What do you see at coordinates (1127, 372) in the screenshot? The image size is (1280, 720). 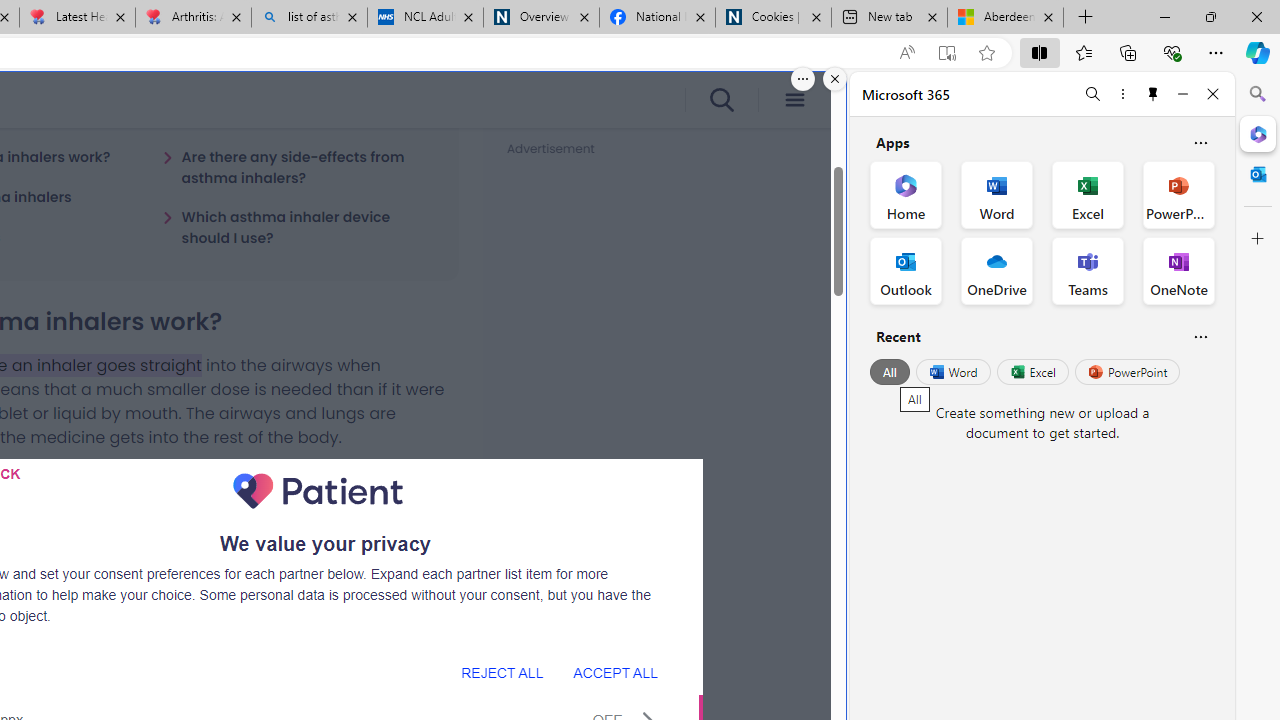 I see `'PowerPoint'` at bounding box center [1127, 372].